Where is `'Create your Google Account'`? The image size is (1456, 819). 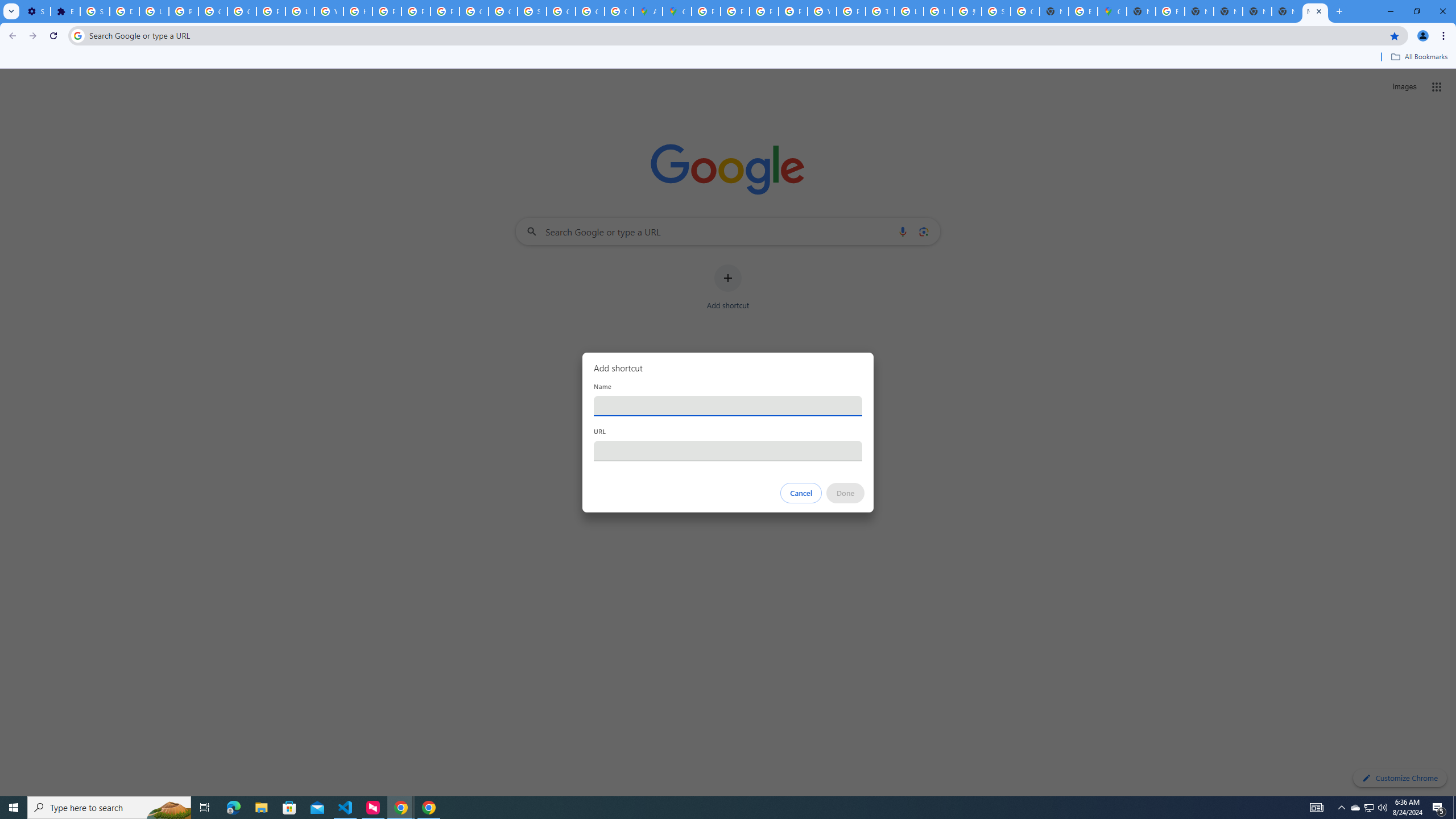 'Create your Google Account' is located at coordinates (619, 11).